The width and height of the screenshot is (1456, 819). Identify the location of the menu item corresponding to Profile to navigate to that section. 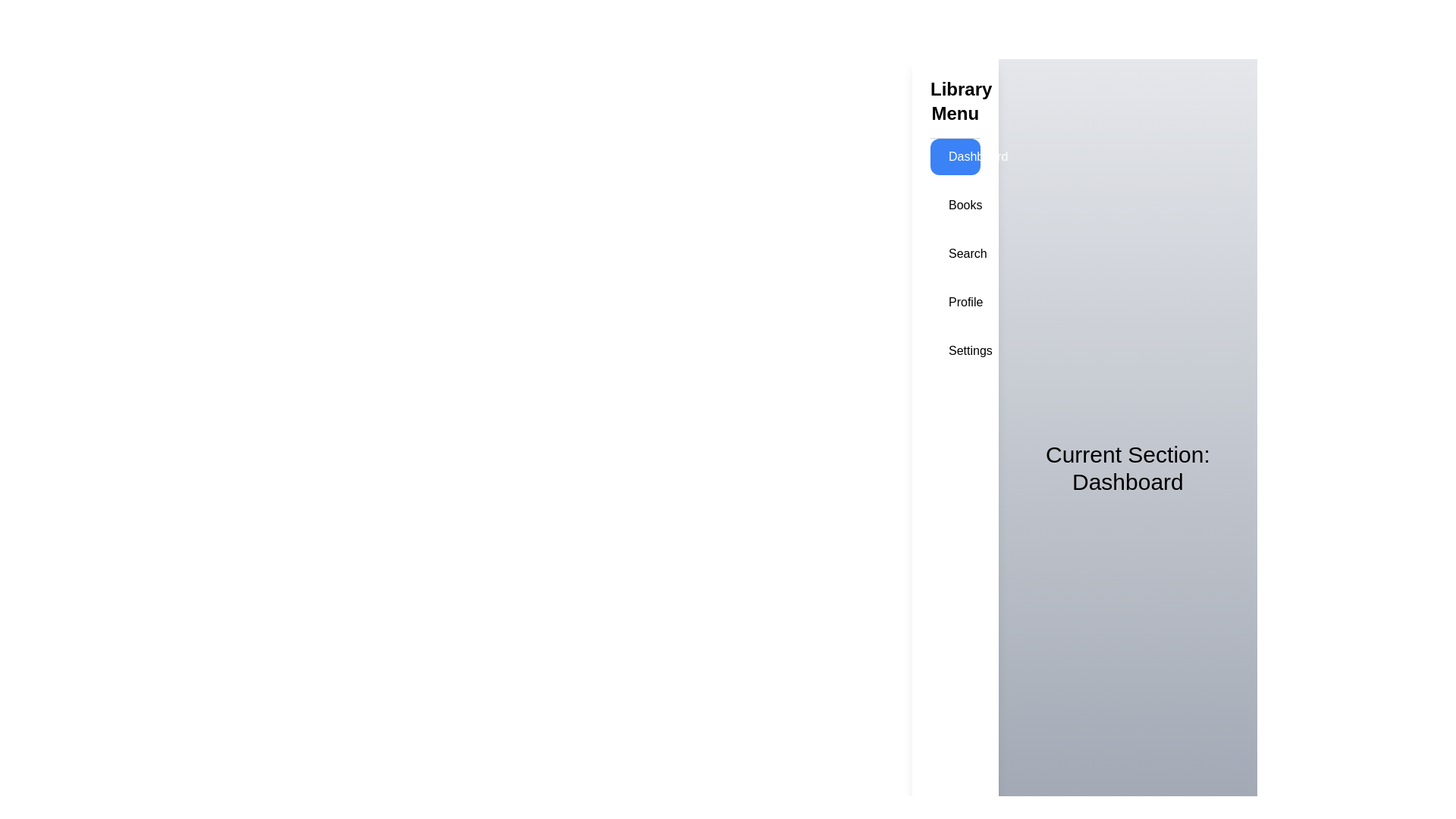
(954, 302).